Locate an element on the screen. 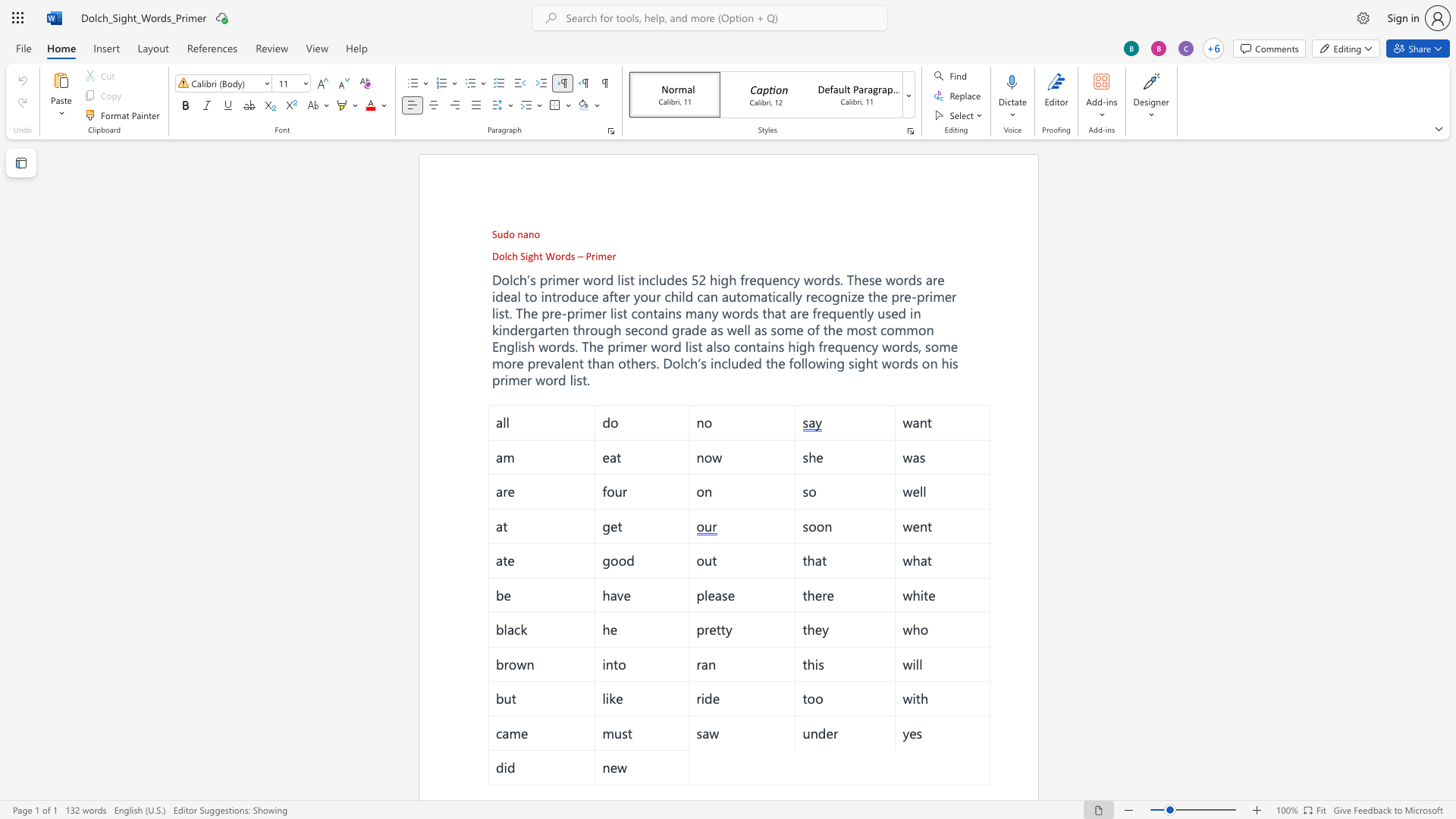  the 1th character "s" in the text is located at coordinates (755, 312).